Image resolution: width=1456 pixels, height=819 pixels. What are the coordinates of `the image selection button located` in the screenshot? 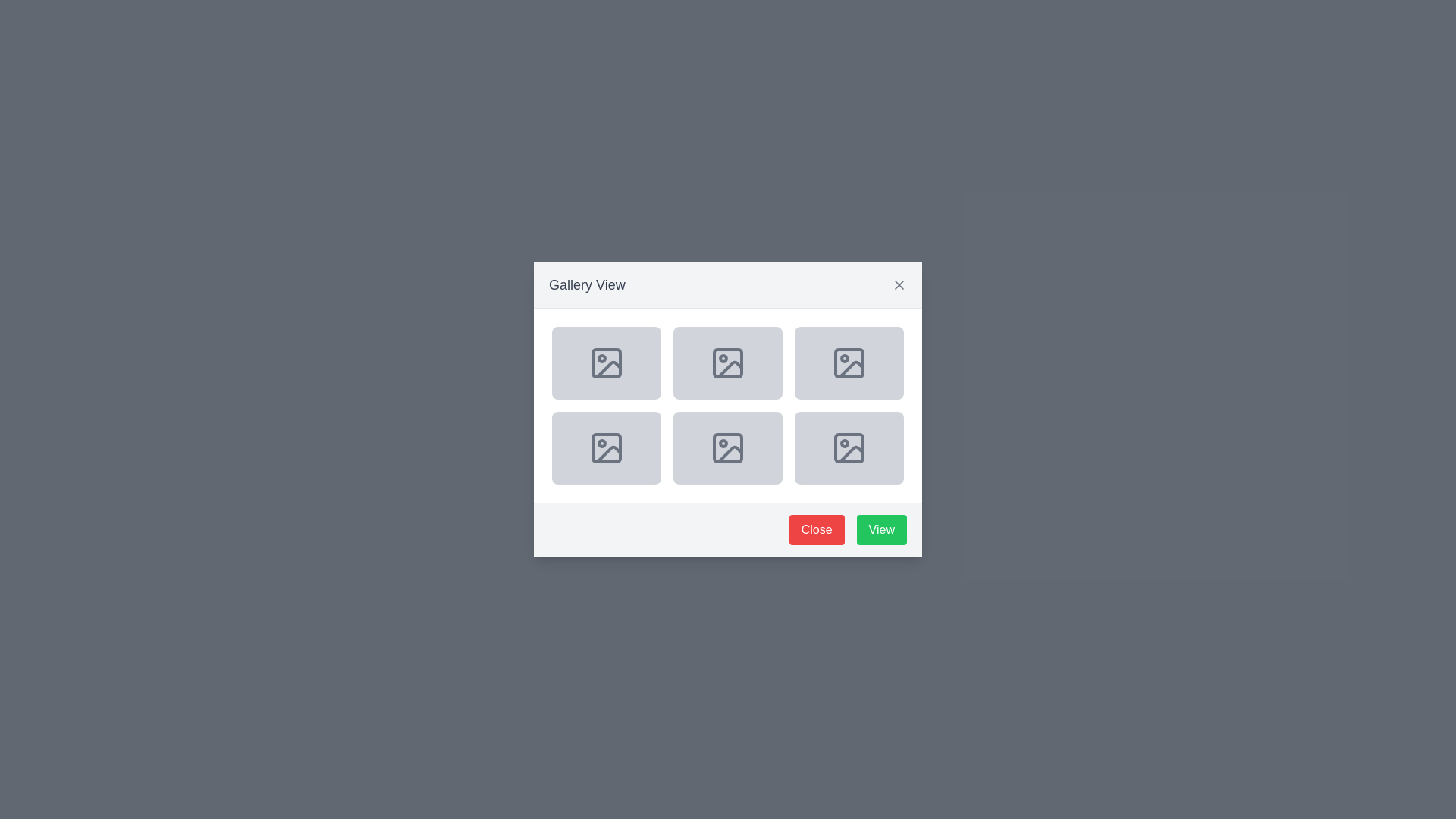 It's located at (607, 362).